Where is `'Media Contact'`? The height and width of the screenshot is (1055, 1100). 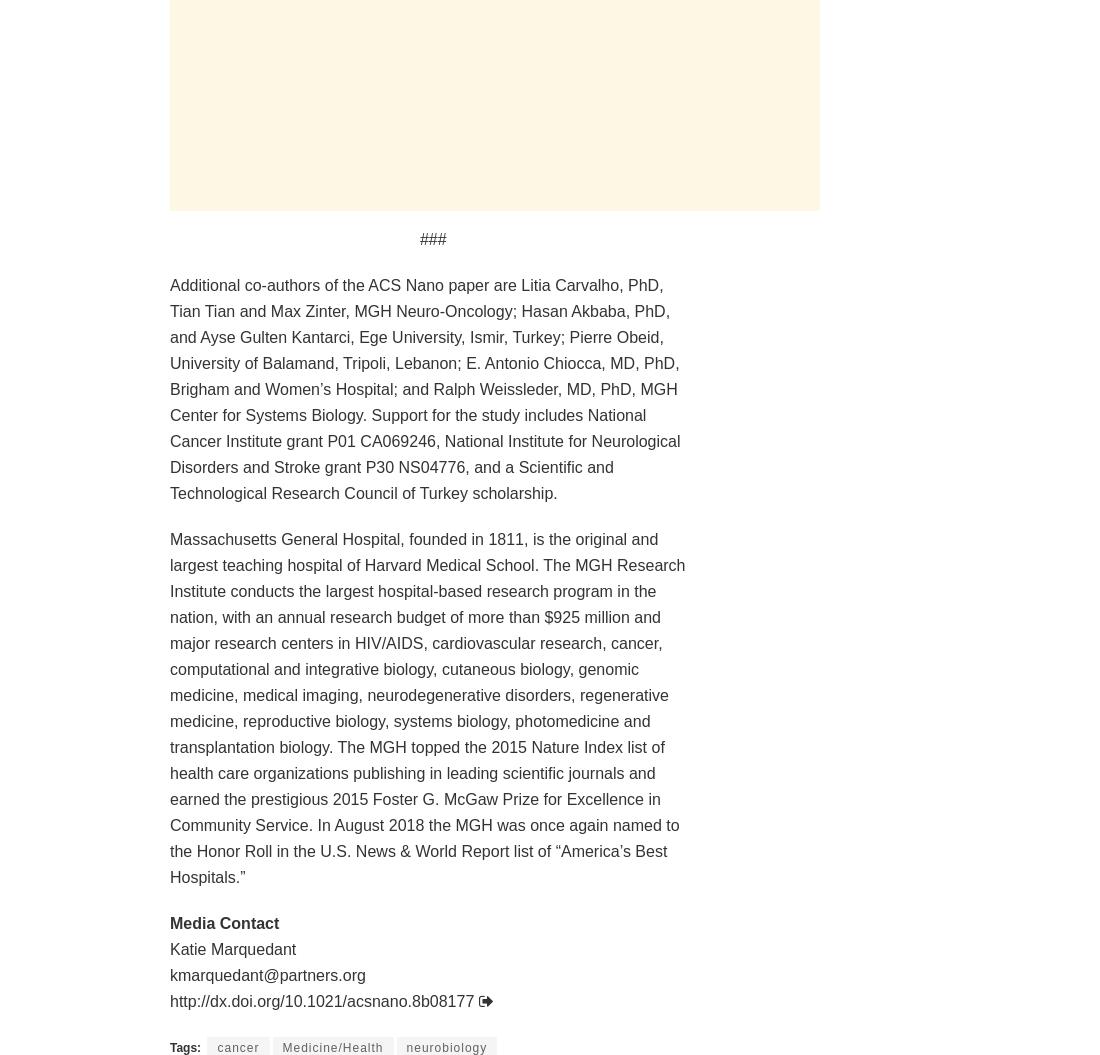 'Media Contact' is located at coordinates (224, 921).